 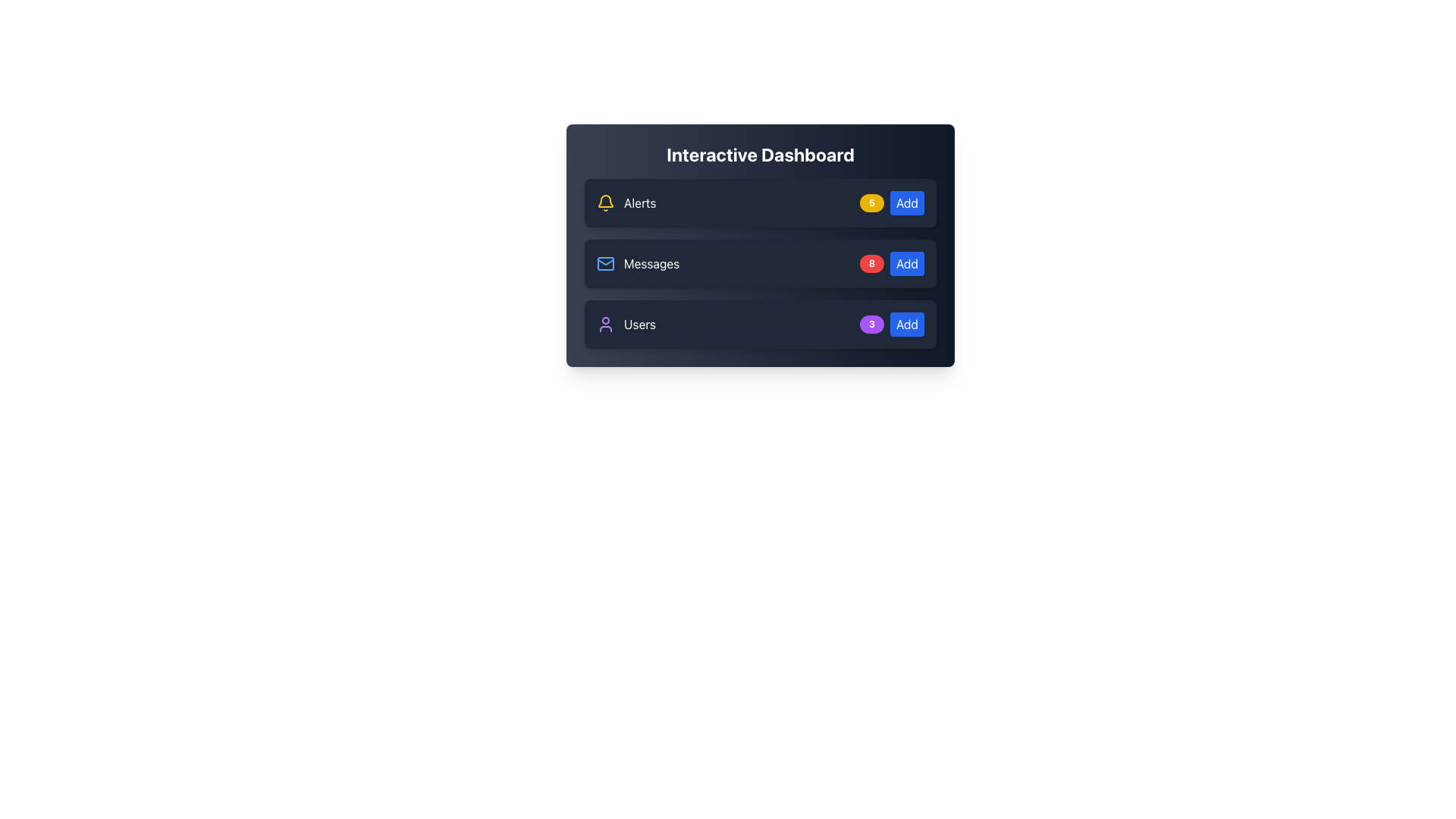 What do you see at coordinates (640, 202) in the screenshot?
I see `the 'Alerts' text label, which is displayed in white font on a dark rectangular background and is positioned to the right of a yellow bell icon, indicating notifications` at bounding box center [640, 202].